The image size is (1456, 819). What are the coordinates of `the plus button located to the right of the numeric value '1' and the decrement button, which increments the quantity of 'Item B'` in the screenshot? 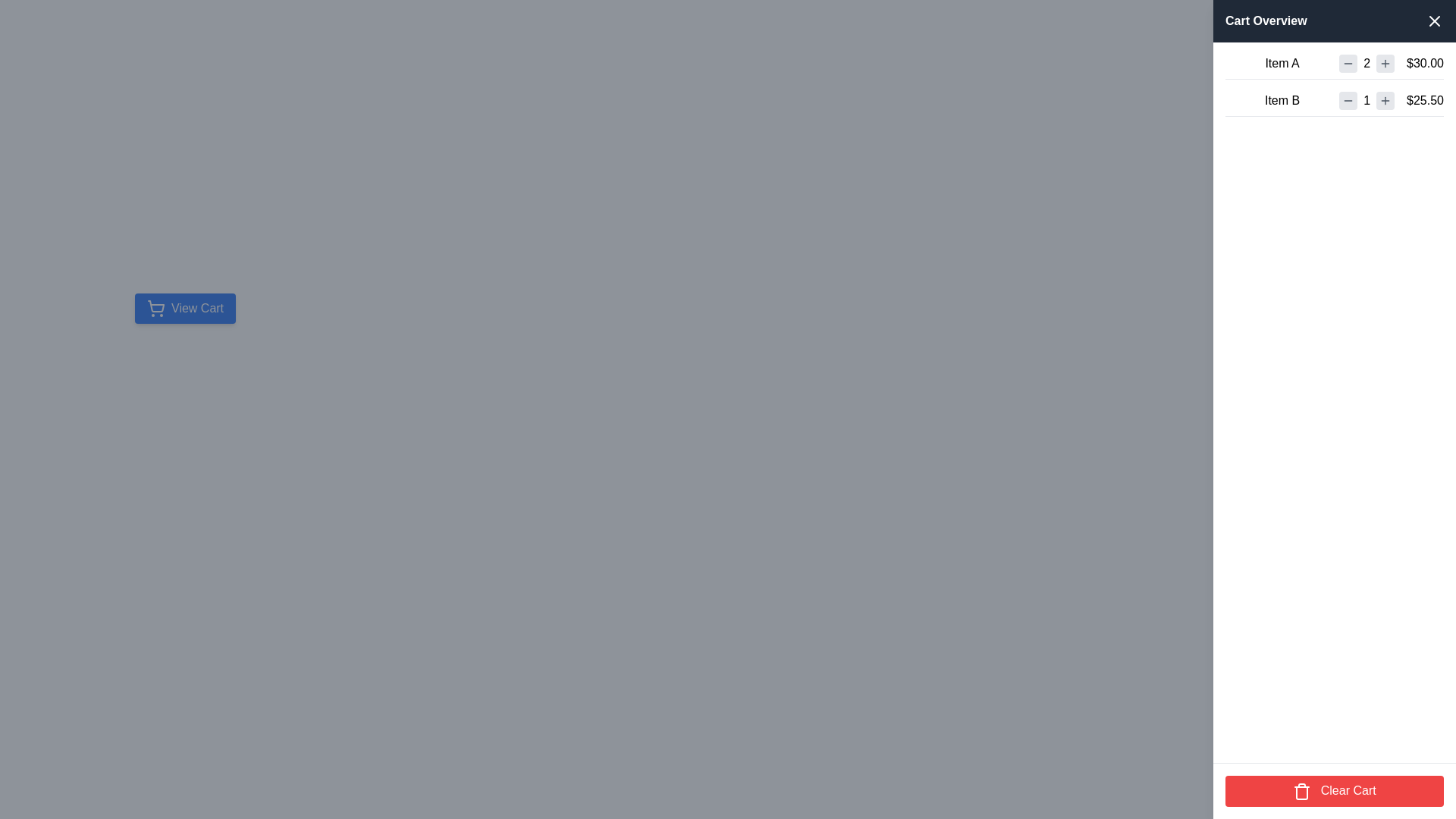 It's located at (1385, 100).